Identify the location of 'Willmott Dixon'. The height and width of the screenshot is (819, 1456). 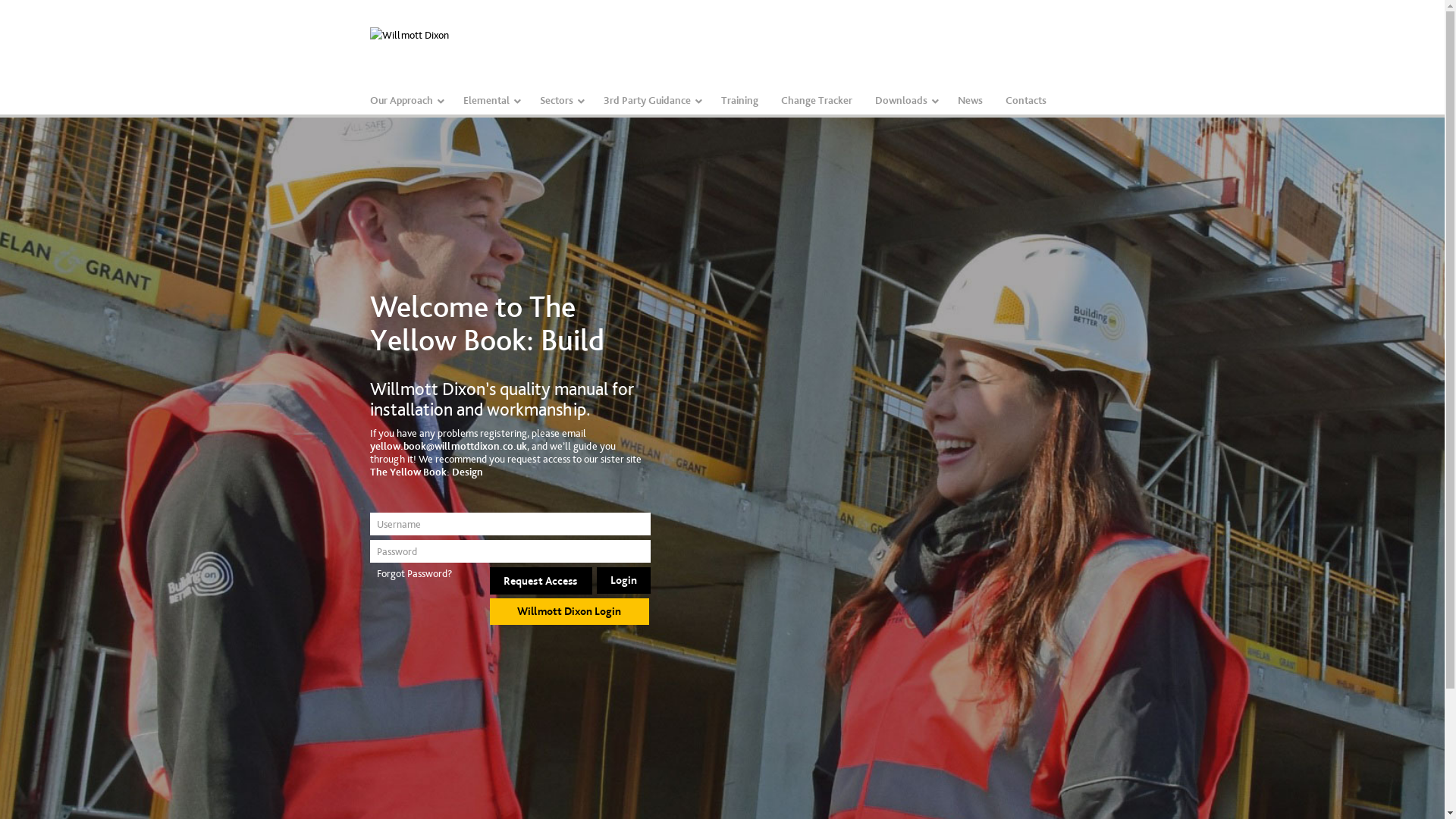
(409, 42).